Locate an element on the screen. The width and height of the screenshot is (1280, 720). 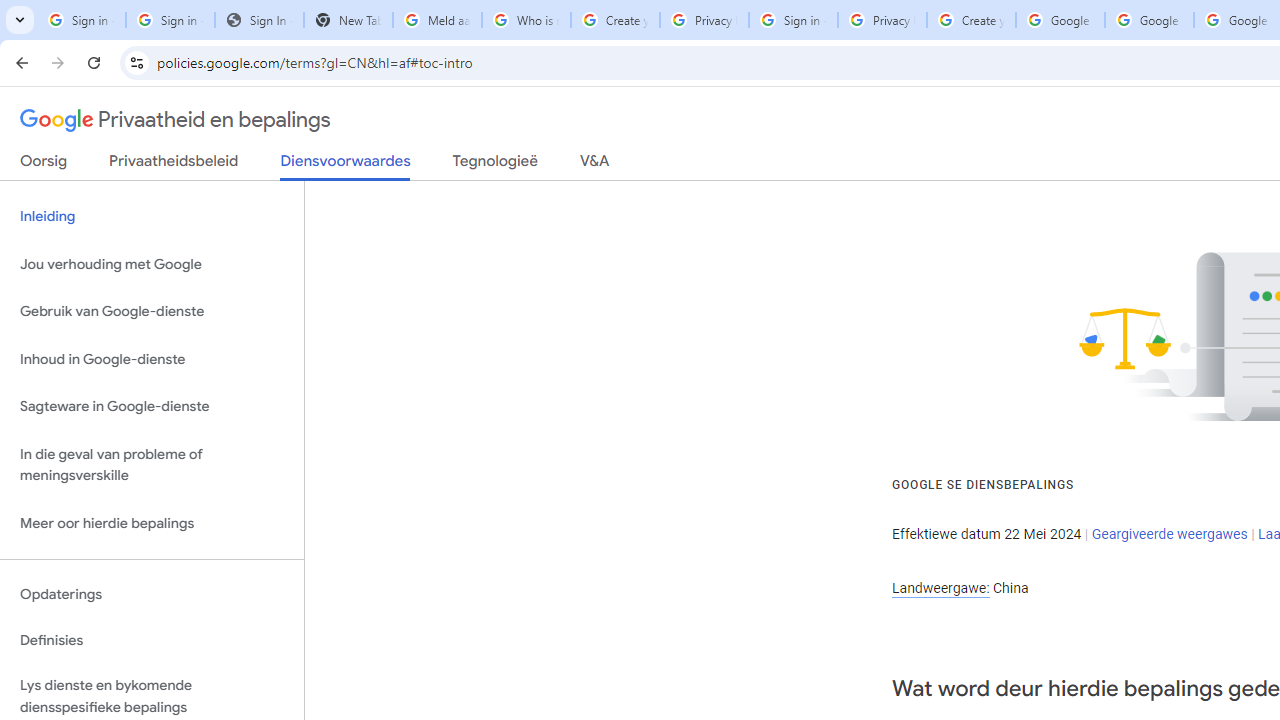
'Who is my administrator? - Google Account Help' is located at coordinates (526, 20).